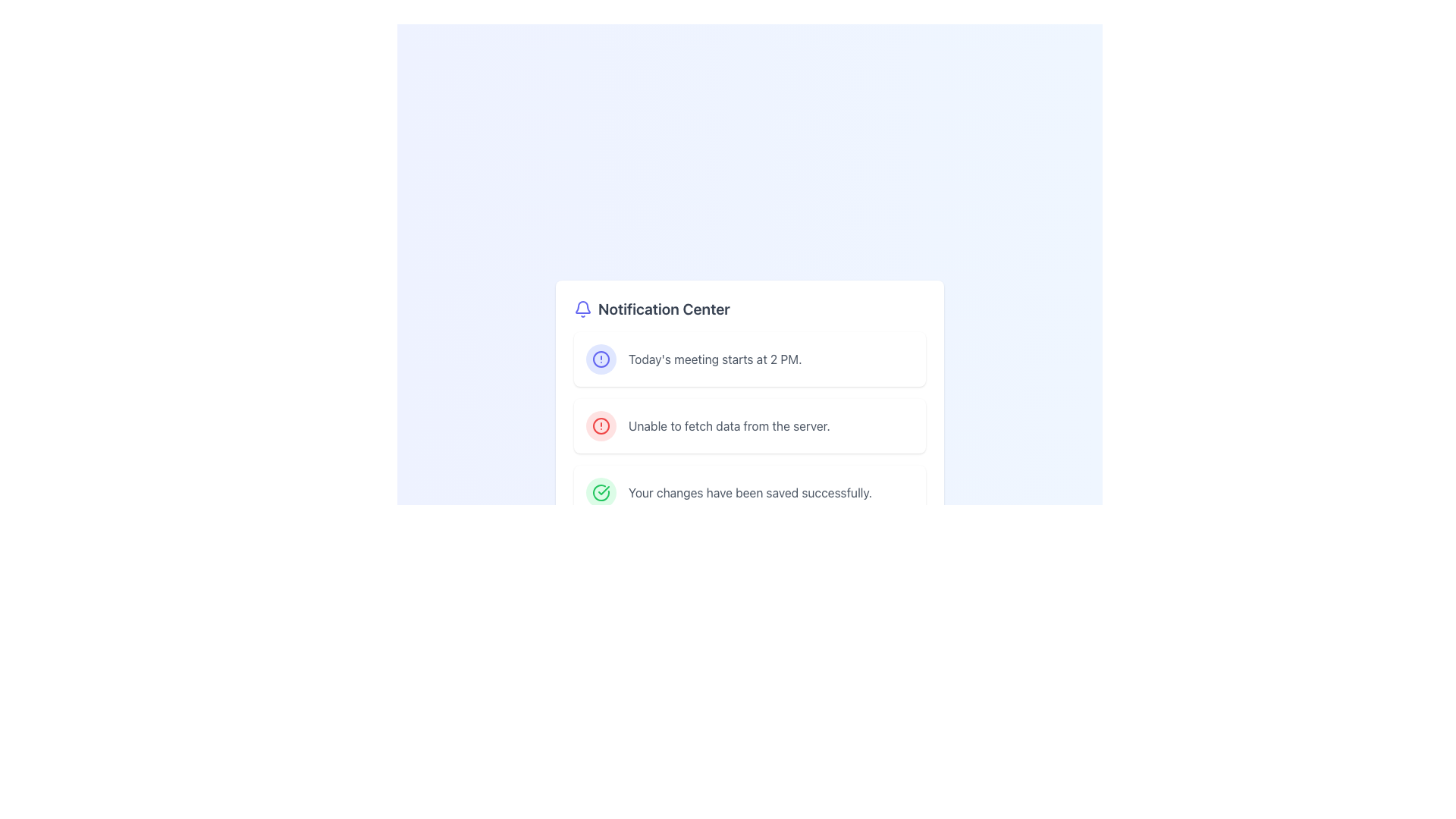 The width and height of the screenshot is (1456, 819). Describe the element at coordinates (664, 309) in the screenshot. I see `the 'Notification Center' text label, which is a bold, dark gray heading located at the start of the notification list in the notification panel` at that location.